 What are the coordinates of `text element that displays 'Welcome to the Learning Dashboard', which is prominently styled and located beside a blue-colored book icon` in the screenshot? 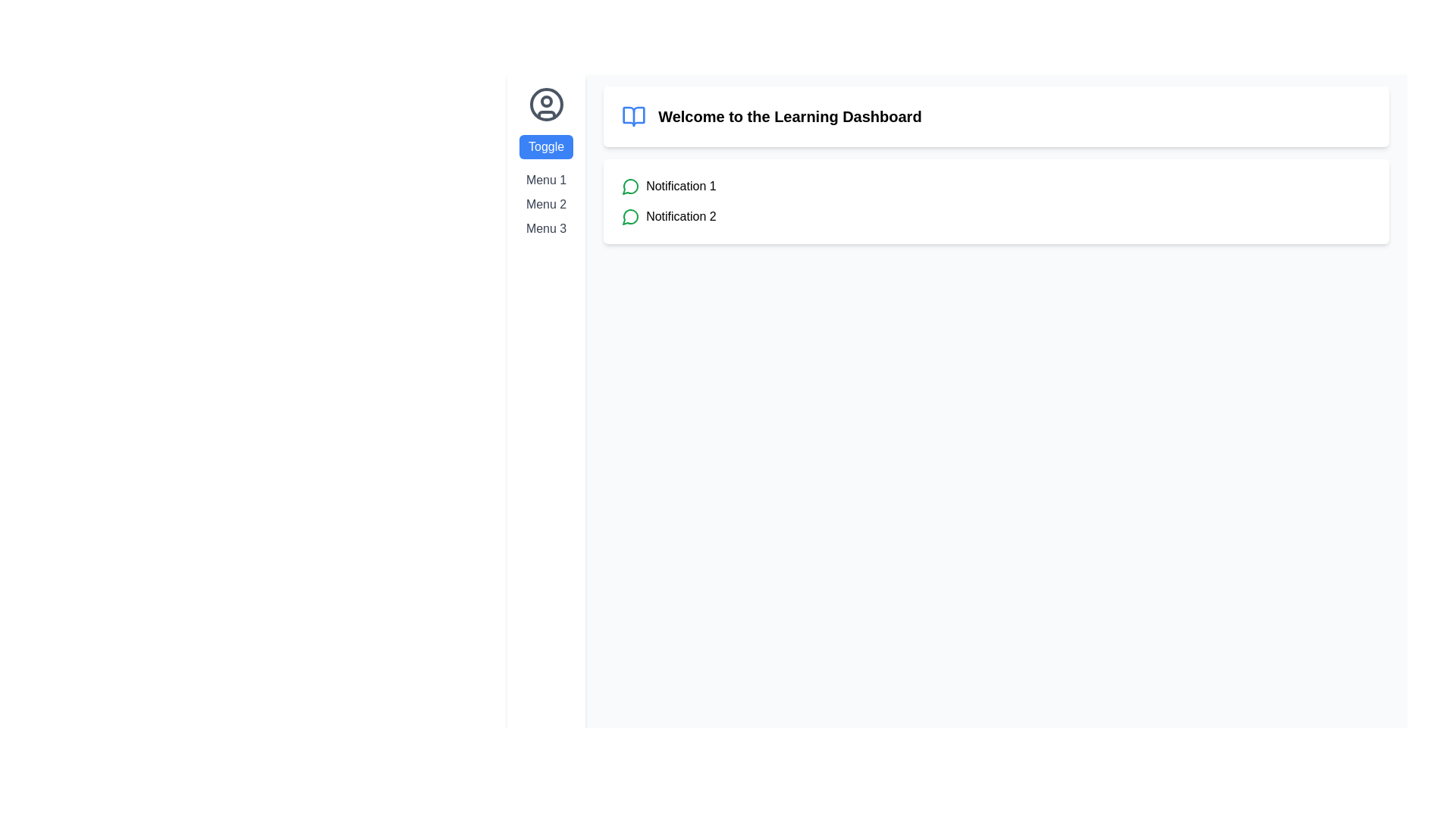 It's located at (789, 116).